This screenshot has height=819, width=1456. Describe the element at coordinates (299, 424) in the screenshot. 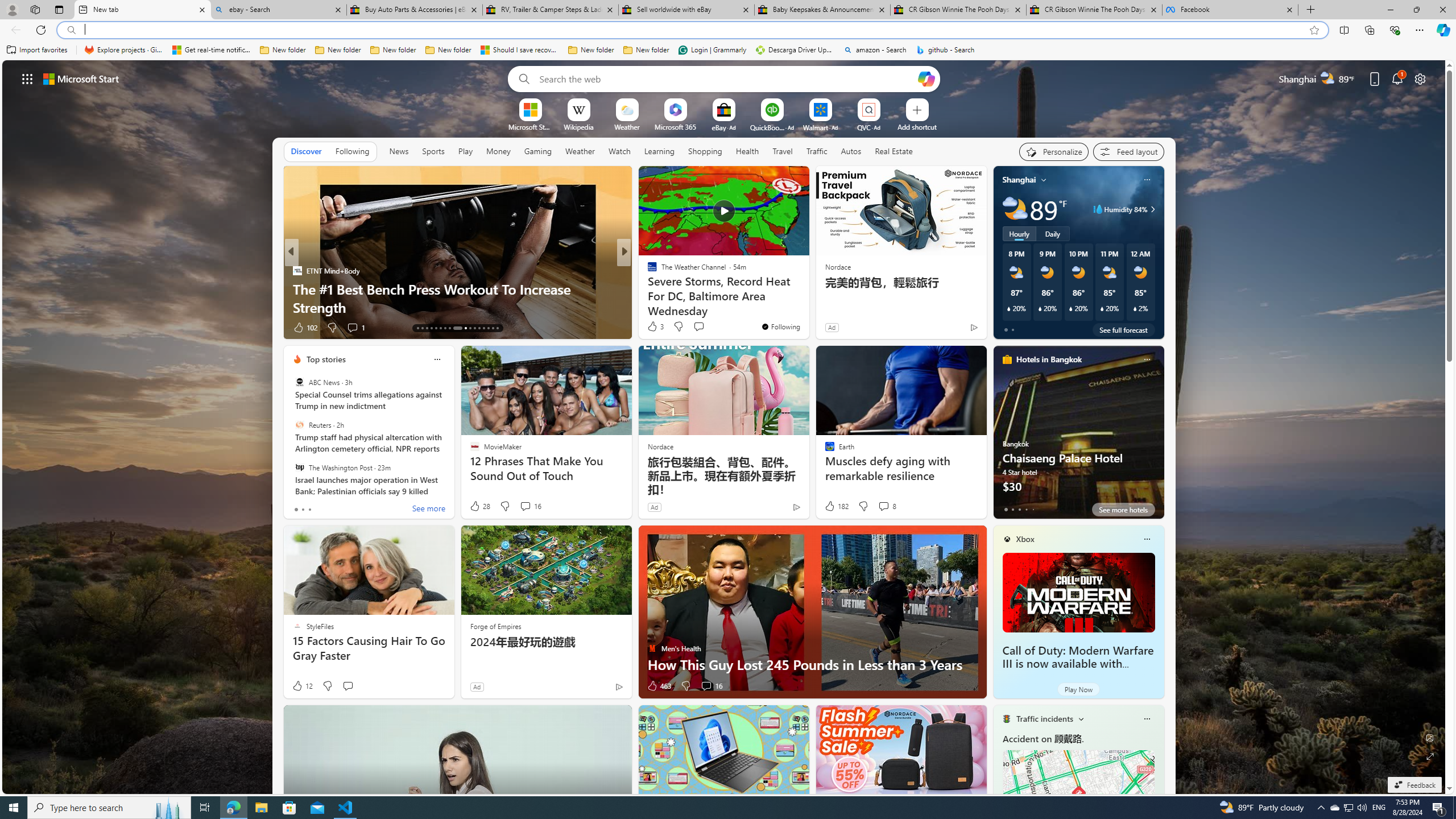

I see `'Reuters'` at that location.